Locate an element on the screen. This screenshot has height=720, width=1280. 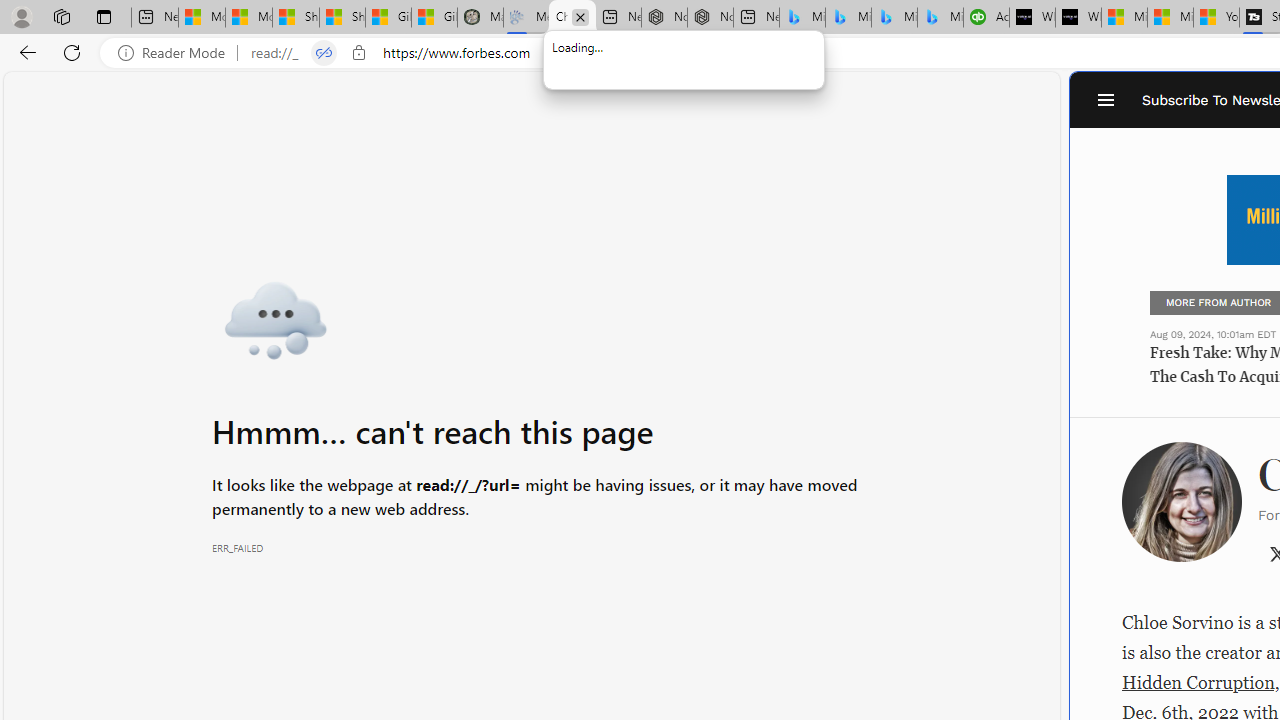
'Microsoft Bing Travel - Stays in Bangkok, Bangkok, Thailand' is located at coordinates (848, 17).